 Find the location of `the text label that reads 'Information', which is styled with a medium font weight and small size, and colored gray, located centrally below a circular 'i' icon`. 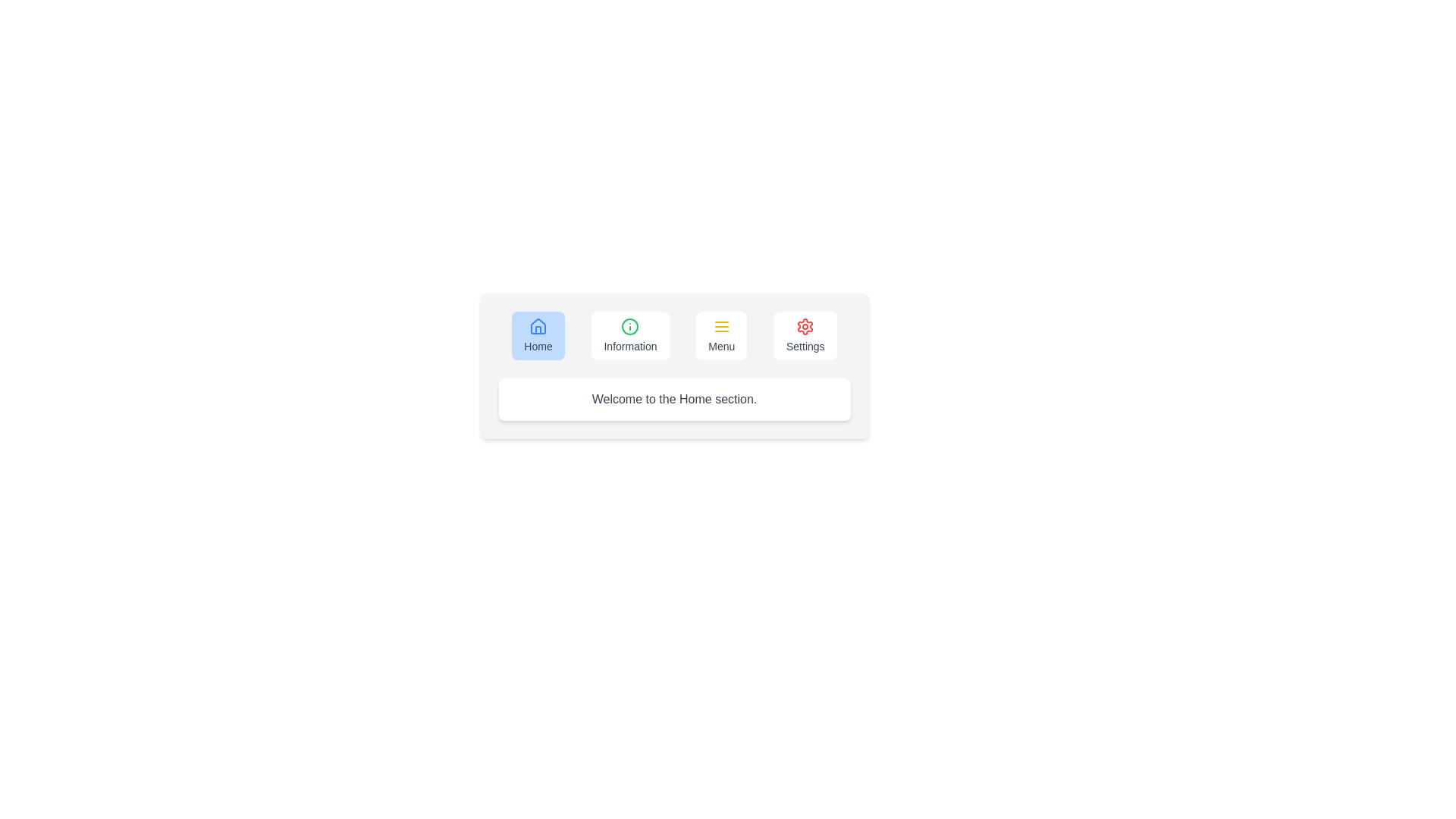

the text label that reads 'Information', which is styled with a medium font weight and small size, and colored gray, located centrally below a circular 'i' icon is located at coordinates (630, 346).